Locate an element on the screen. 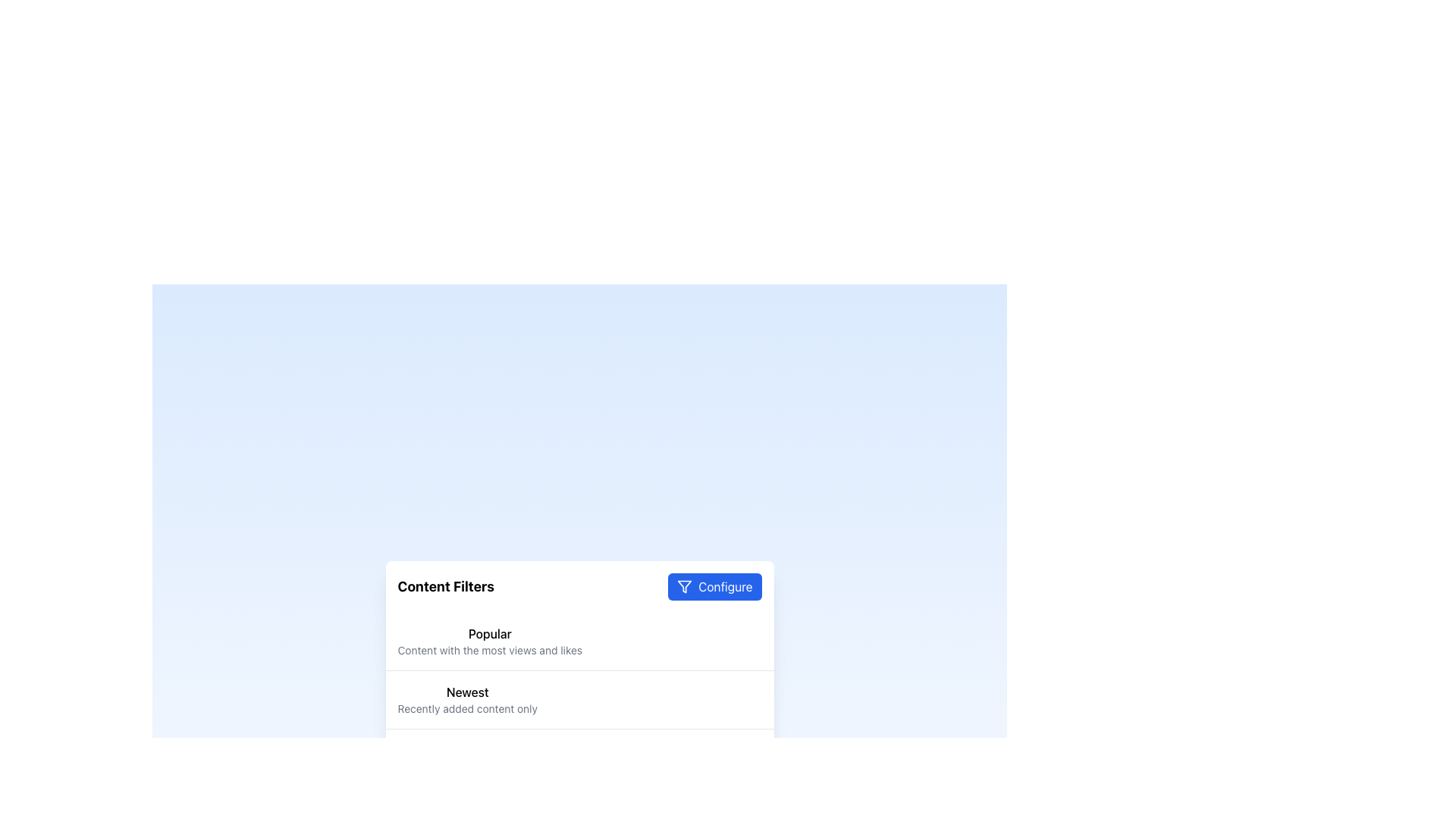 Image resolution: width=1456 pixels, height=819 pixels. the Text block with hierarchical styling that indicates a filtering option for popular content, located within the 'Content Filters' section, directly beneath the header text is located at coordinates (490, 641).